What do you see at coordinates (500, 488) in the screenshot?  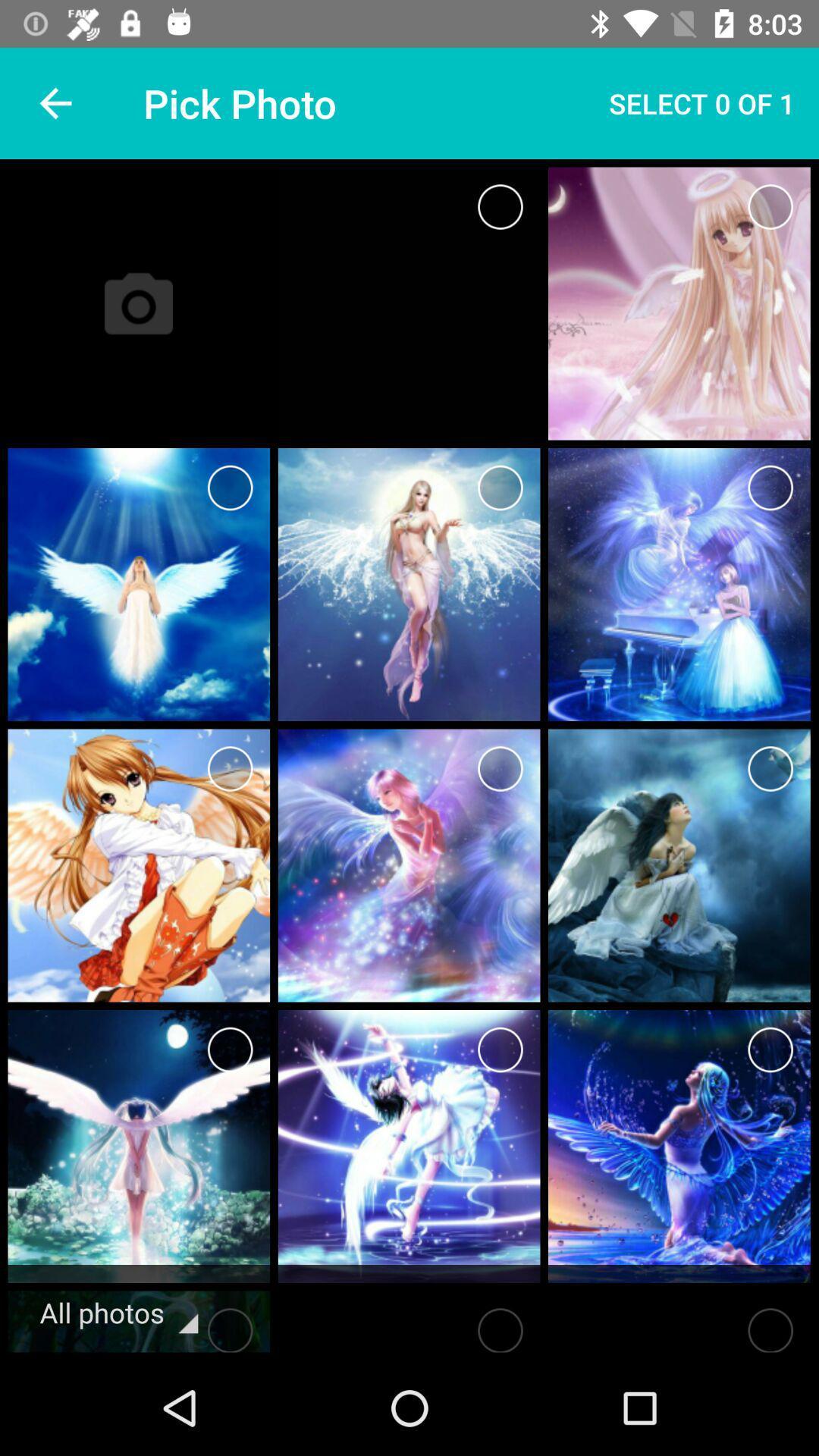 I see `the circle sign which is in from the top 4th image in center` at bounding box center [500, 488].